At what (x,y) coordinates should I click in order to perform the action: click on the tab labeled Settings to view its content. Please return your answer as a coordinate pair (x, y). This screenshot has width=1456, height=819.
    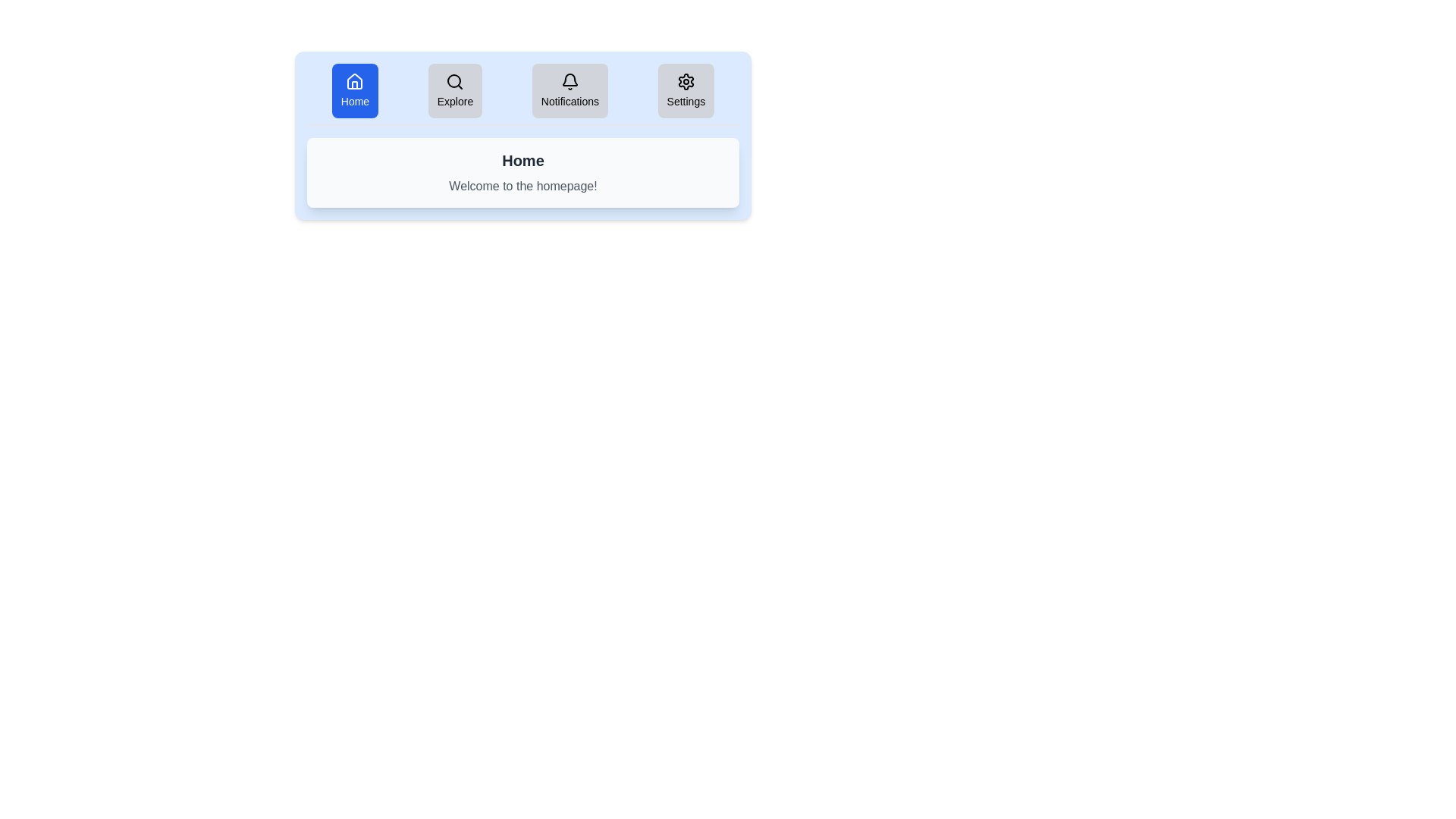
    Looking at the image, I should click on (684, 90).